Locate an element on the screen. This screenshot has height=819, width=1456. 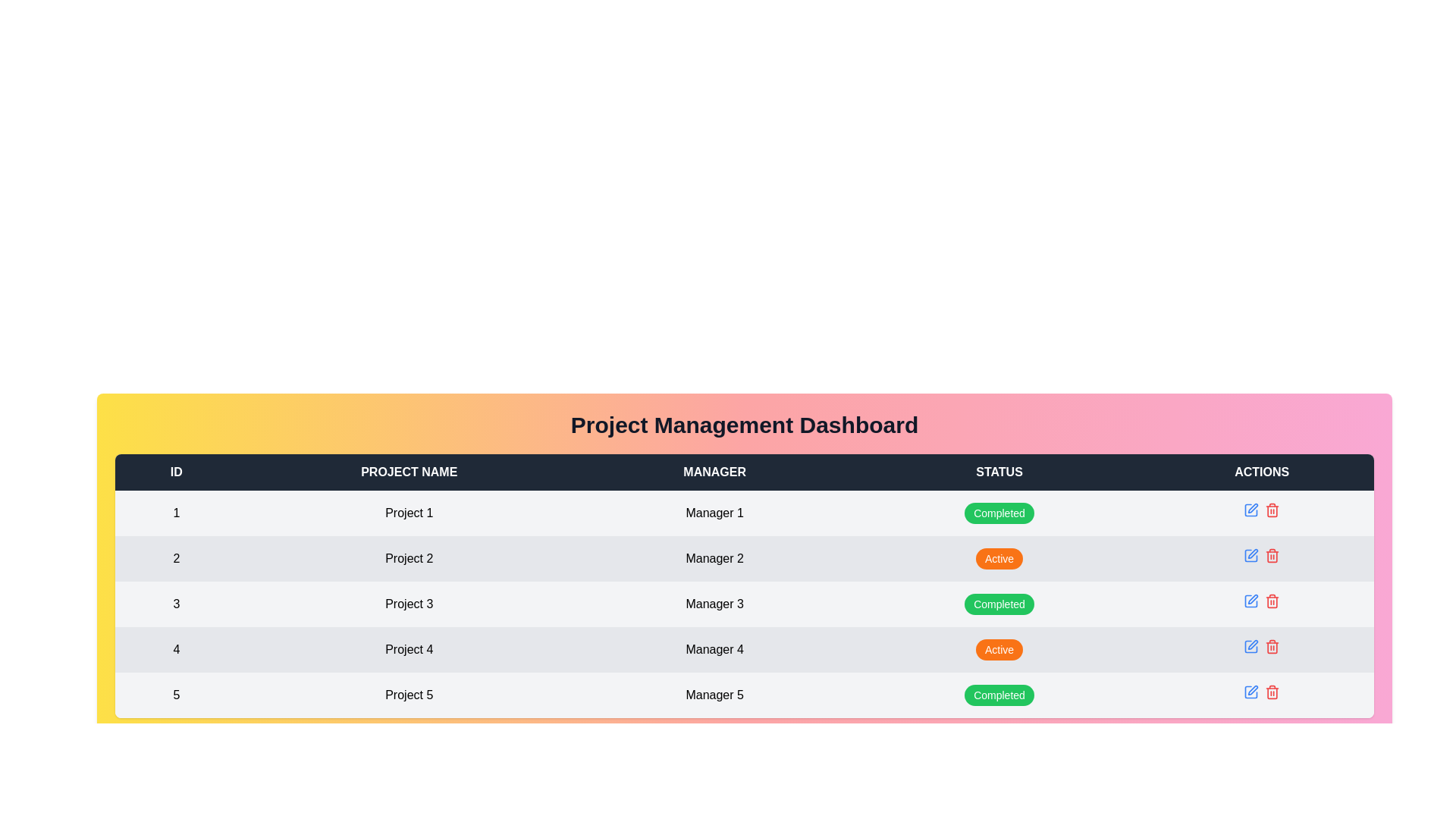
the pencil icon located in the last row of the 'Actions' column is located at coordinates (1253, 690).